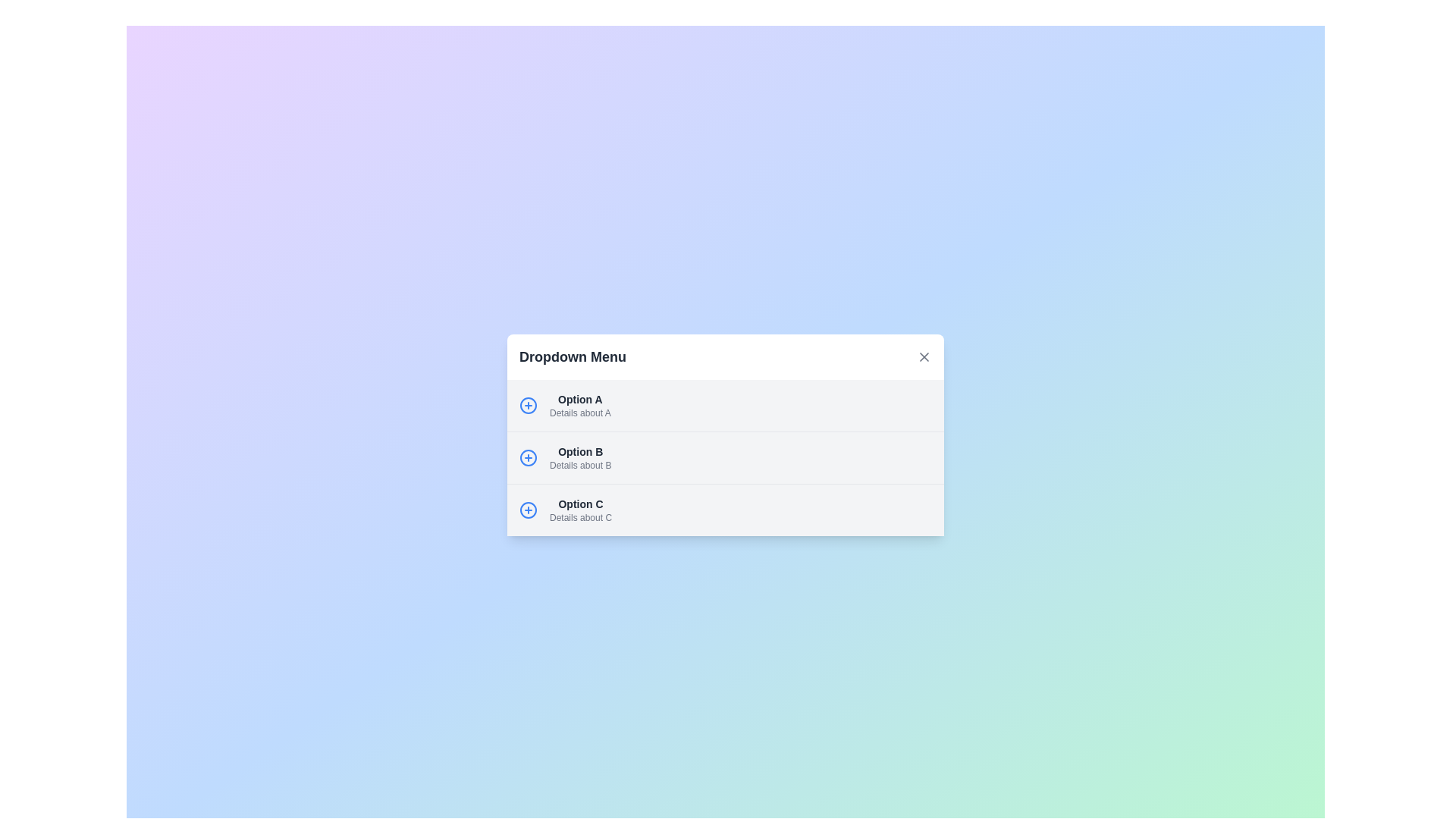  Describe the element at coordinates (528, 510) in the screenshot. I see `the circular button with a plus symbol, located to the left of 'Option C' in the third row of the dropdown menu` at that location.